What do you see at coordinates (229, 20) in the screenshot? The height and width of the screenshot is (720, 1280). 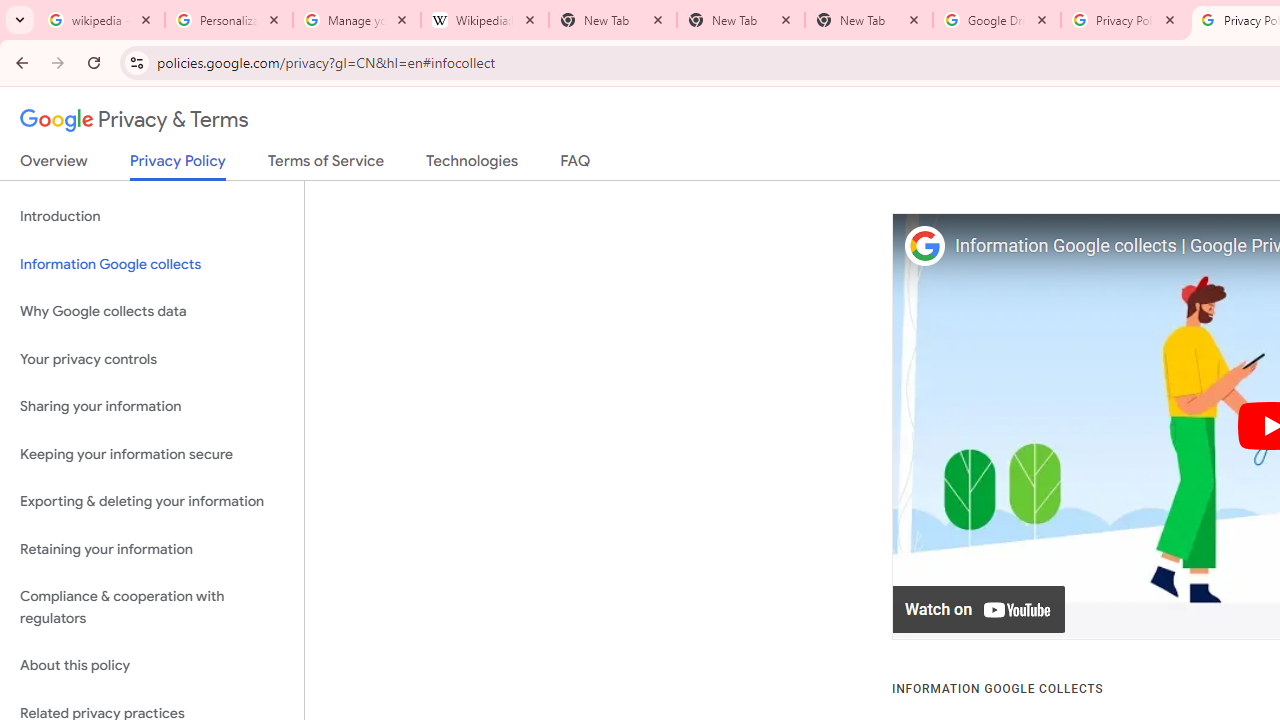 I see `'Personalization & Google Search results - Google Search Help'` at bounding box center [229, 20].